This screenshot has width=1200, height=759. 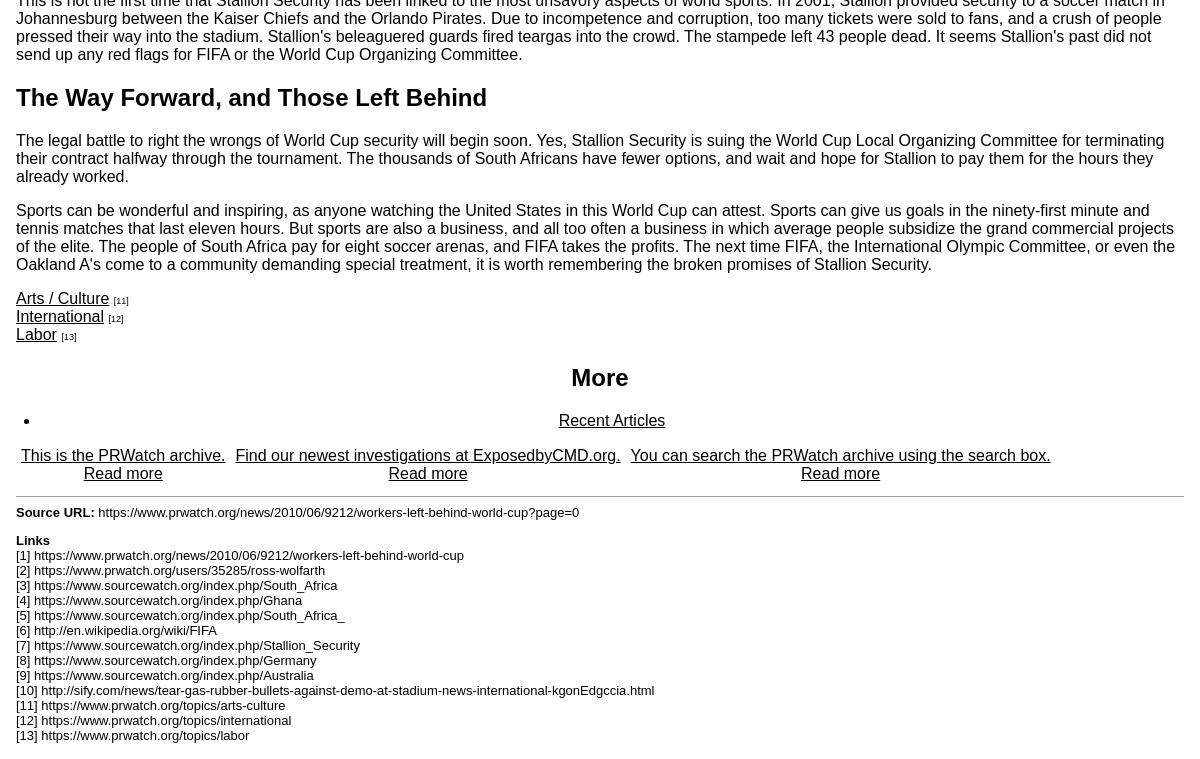 I want to click on '[12]', so click(x=115, y=318).